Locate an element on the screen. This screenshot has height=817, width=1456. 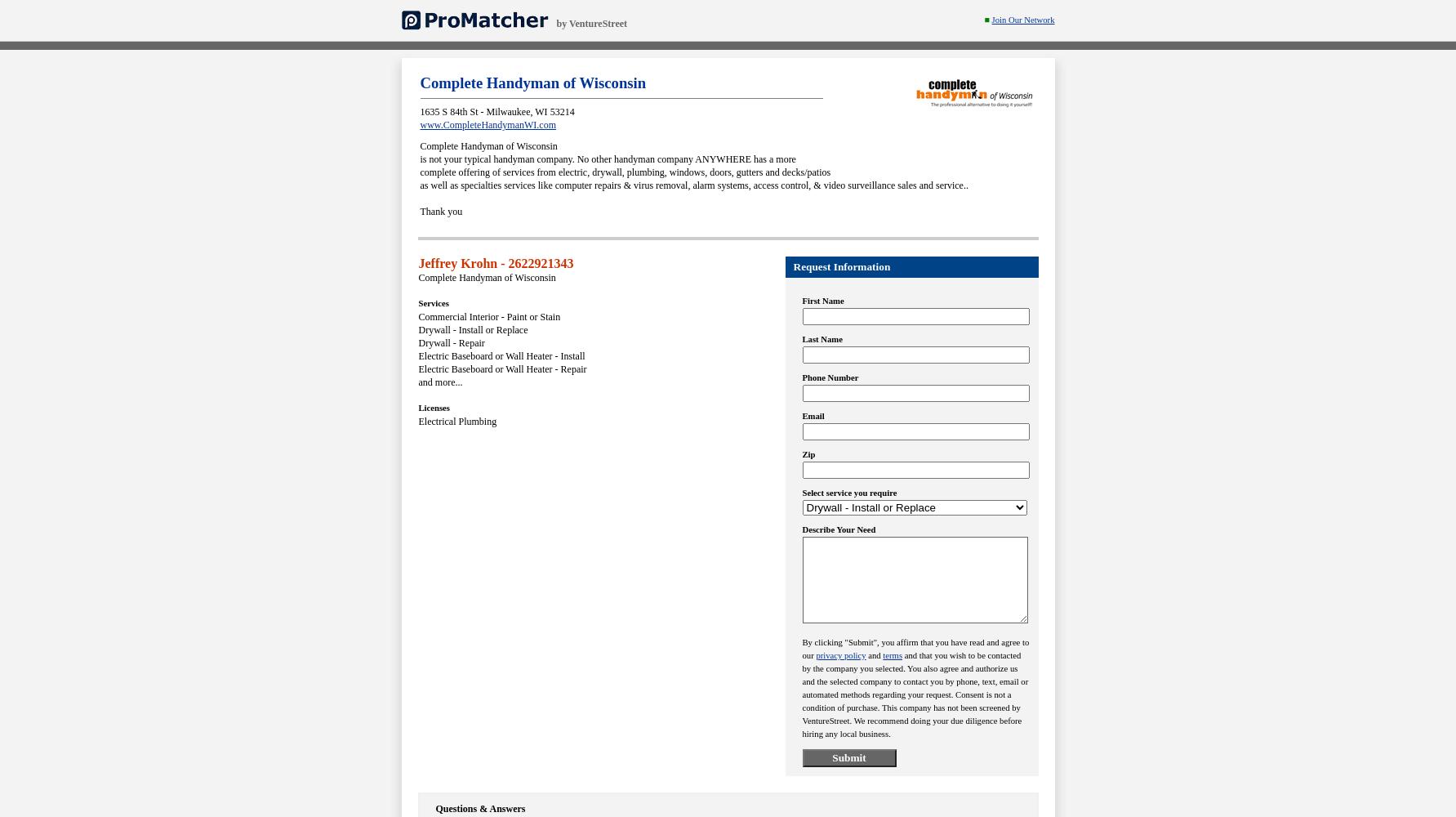
'Zip' is located at coordinates (801, 454).